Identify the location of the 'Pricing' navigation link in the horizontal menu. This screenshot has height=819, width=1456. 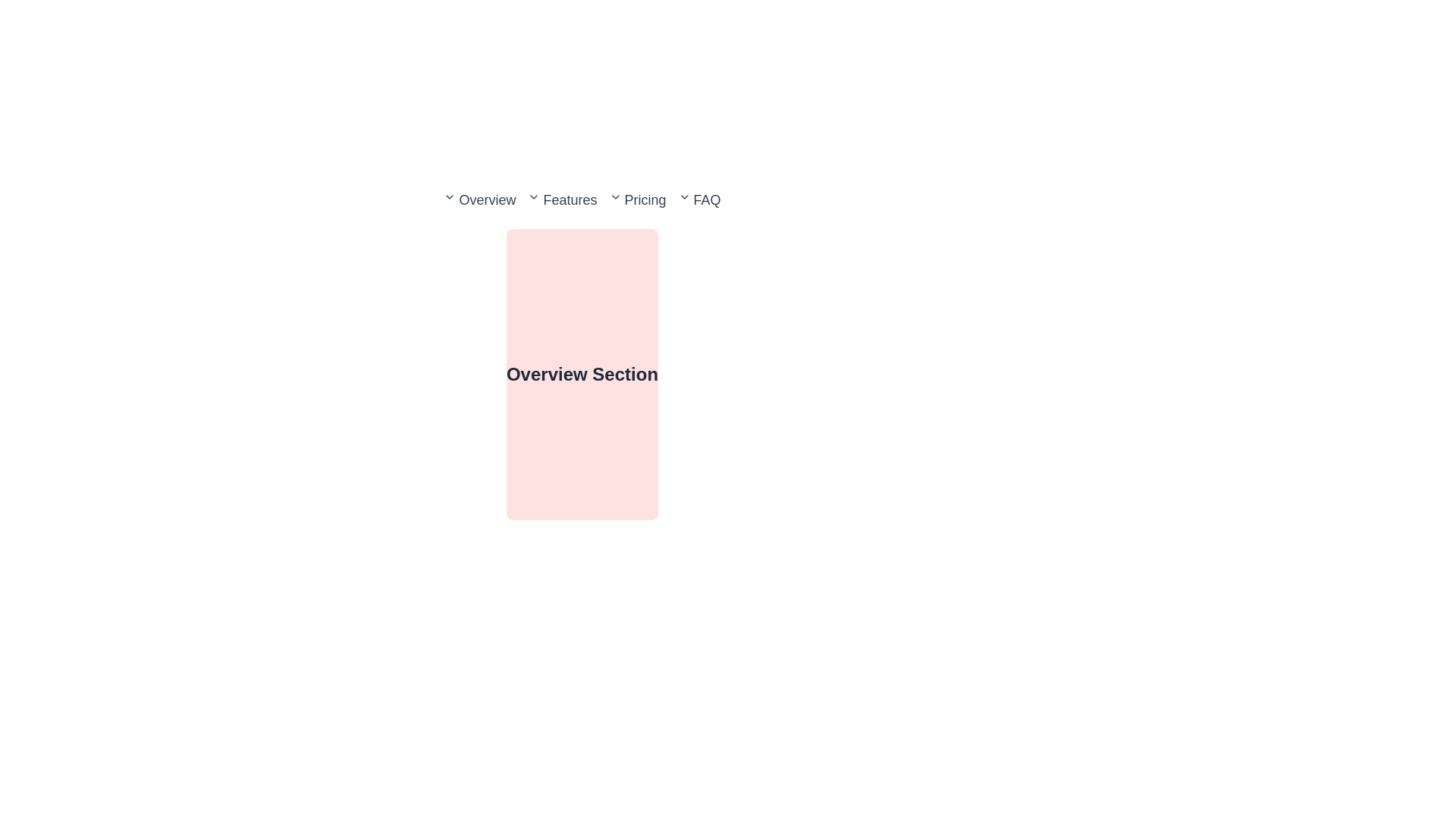
(645, 199).